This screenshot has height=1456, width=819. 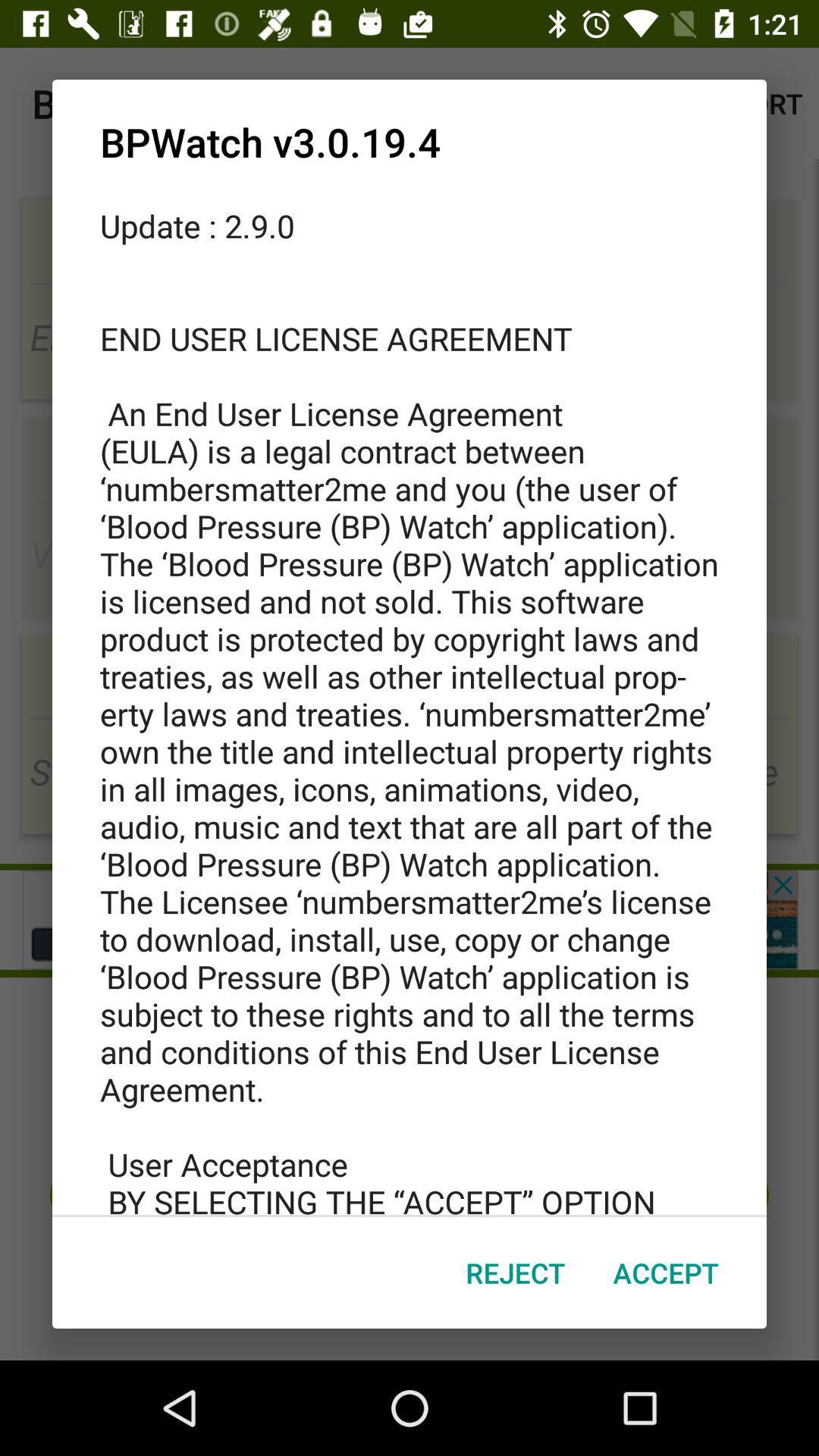 What do you see at coordinates (665, 1272) in the screenshot?
I see `the icon below update 2 9 icon` at bounding box center [665, 1272].